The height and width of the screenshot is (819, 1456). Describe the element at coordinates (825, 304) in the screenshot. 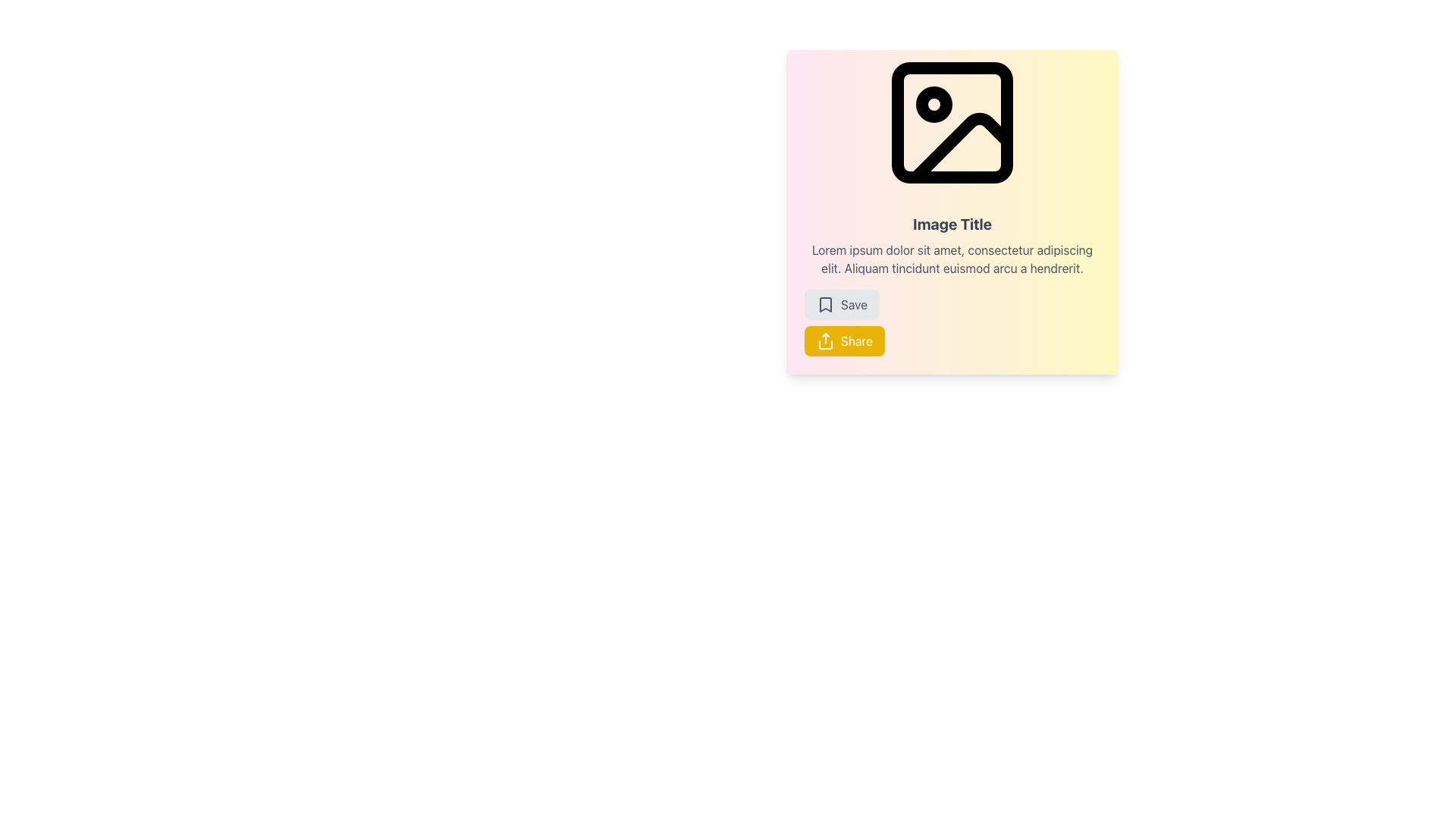

I see `the bookmark-shaped icon located within the gray 'Save' button` at that location.